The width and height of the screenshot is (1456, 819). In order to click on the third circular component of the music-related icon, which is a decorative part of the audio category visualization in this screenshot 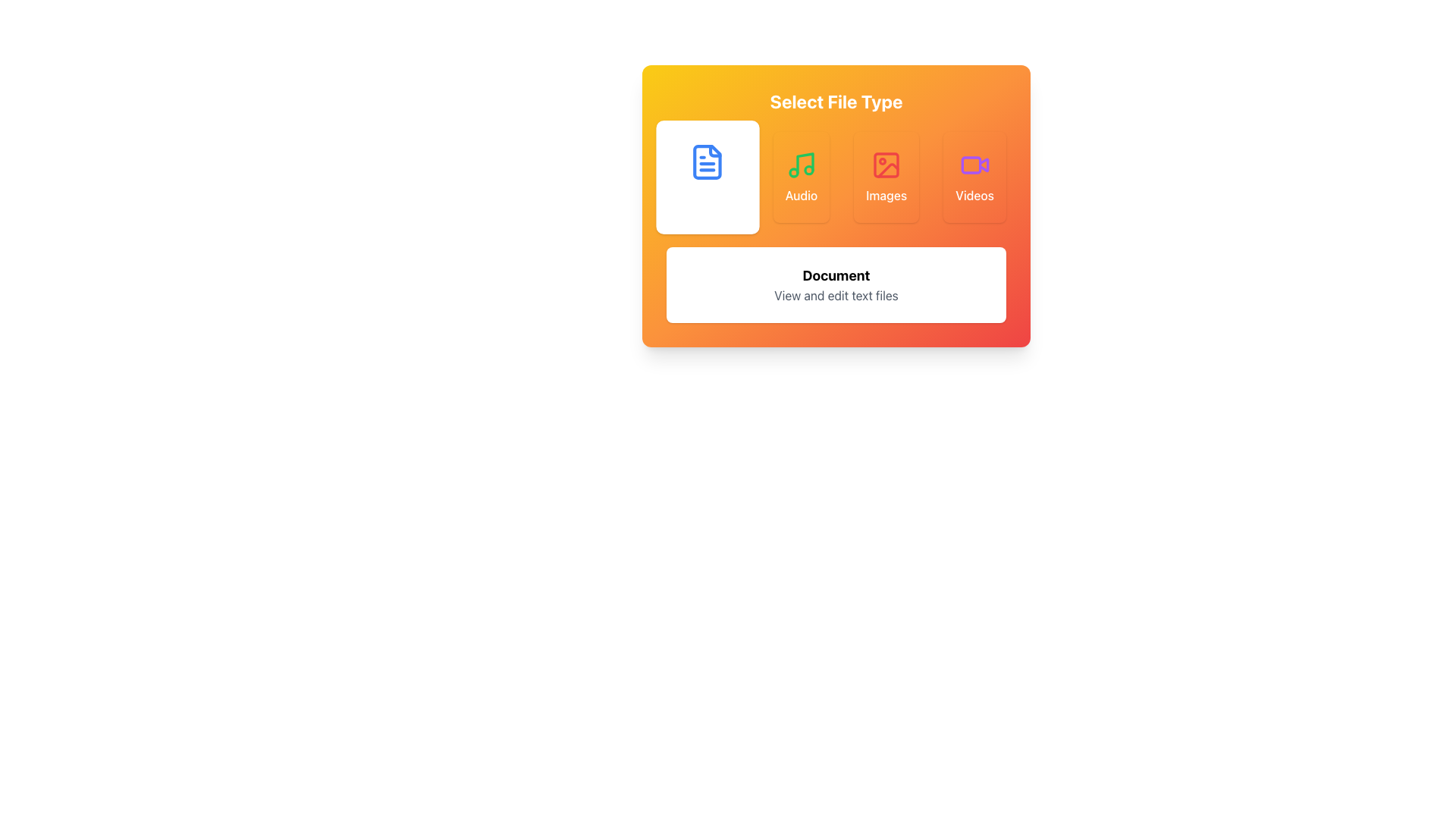, I will do `click(808, 170)`.